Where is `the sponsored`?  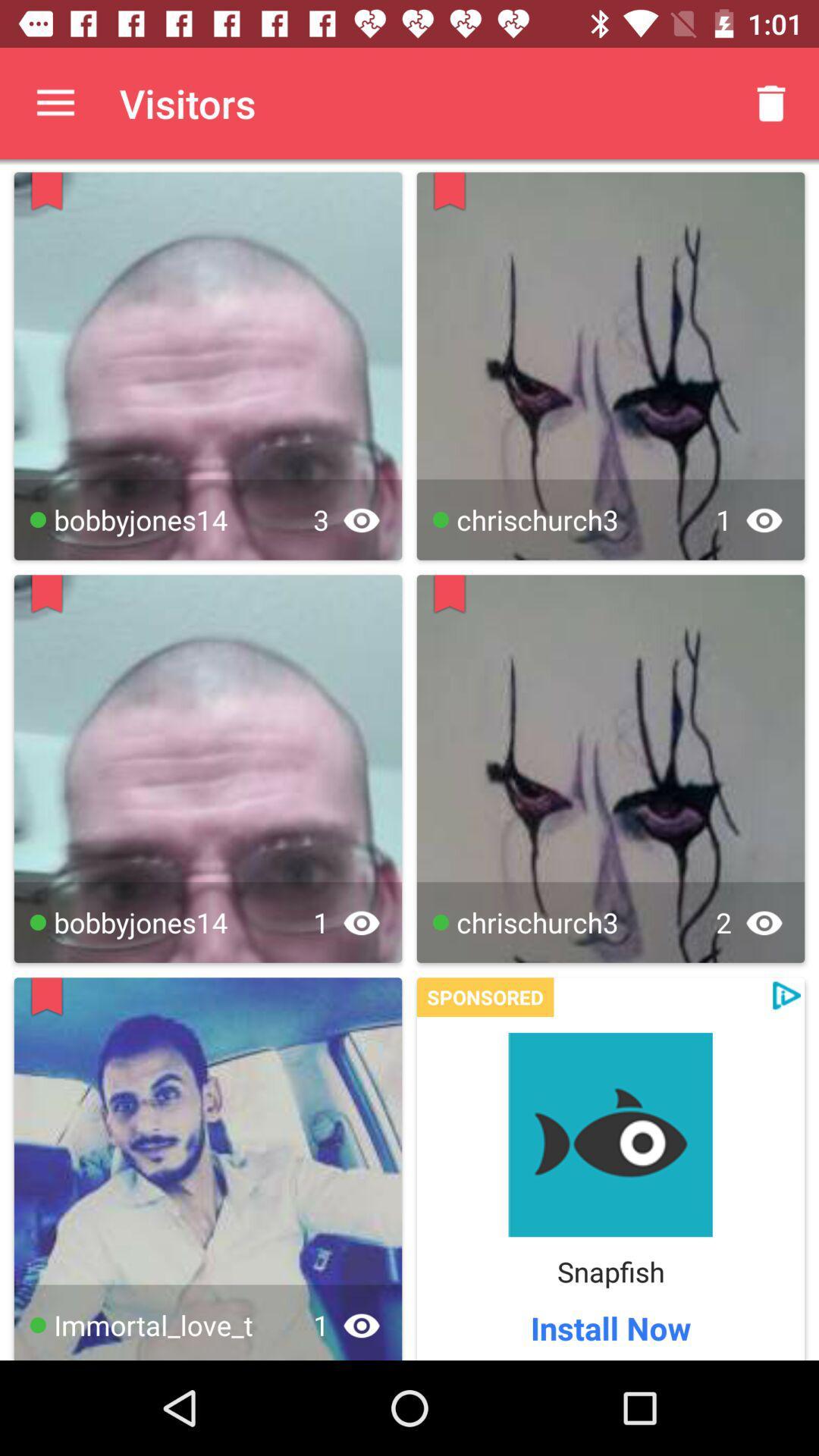
the sponsored is located at coordinates (485, 997).